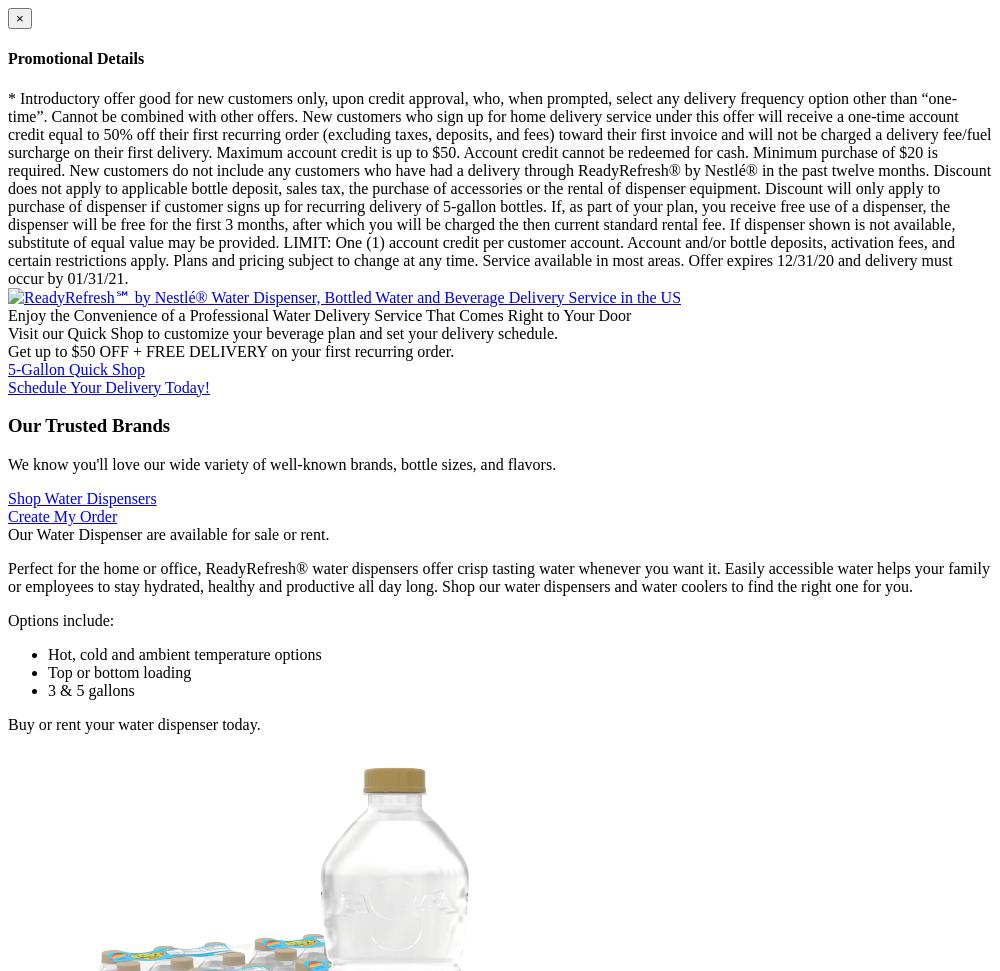 The height and width of the screenshot is (971, 1000). I want to click on '5-Gallon Quick Shop', so click(75, 368).